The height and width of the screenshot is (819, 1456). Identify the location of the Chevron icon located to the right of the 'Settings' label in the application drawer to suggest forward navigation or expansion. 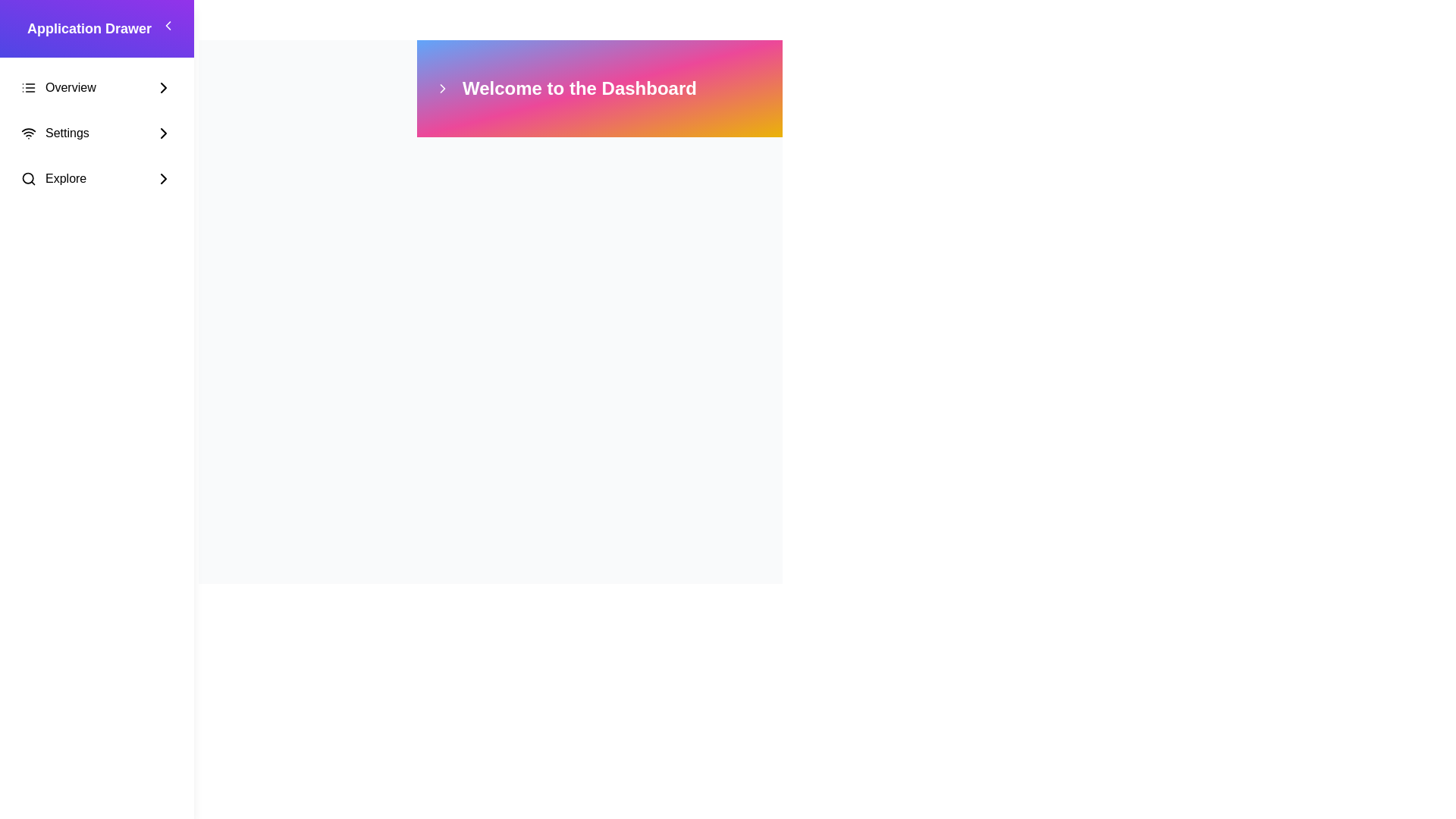
(164, 133).